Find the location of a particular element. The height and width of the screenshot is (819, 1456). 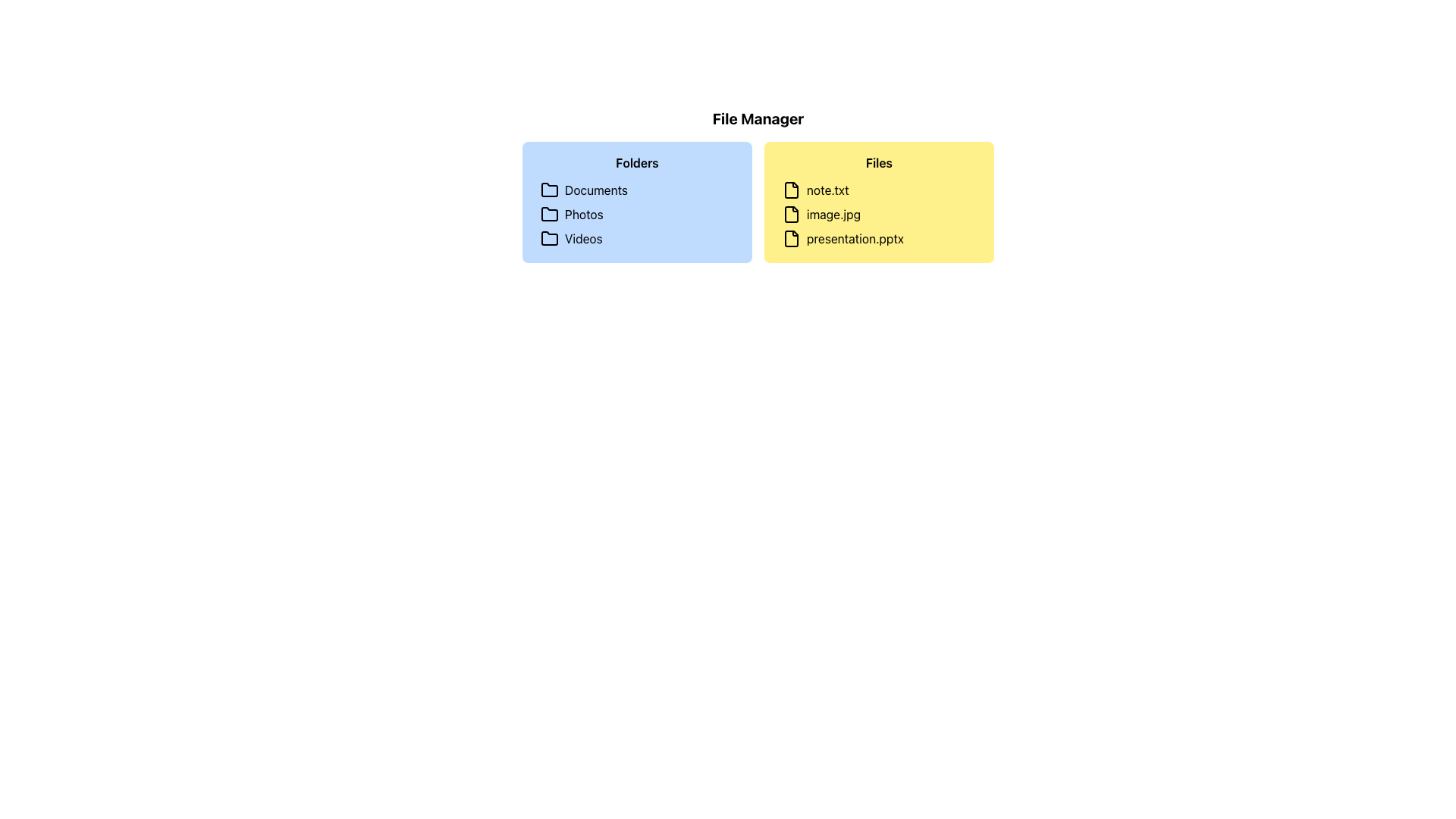

the file icon labeled 'image.jpg', which has a document-like shape with a bent corner is located at coordinates (790, 214).